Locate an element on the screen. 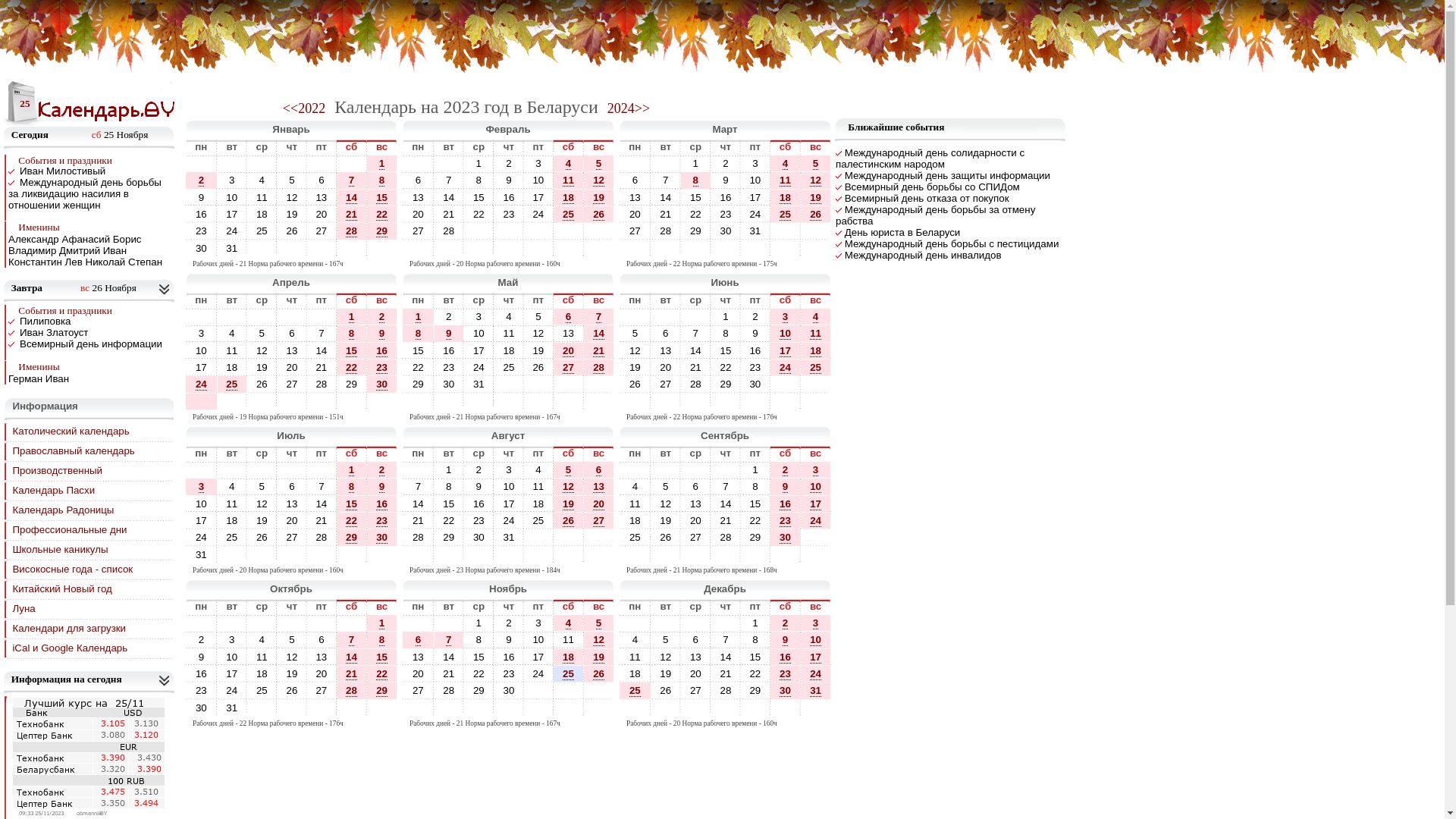 The width and height of the screenshot is (1456, 819). '2' is located at coordinates (381, 315).